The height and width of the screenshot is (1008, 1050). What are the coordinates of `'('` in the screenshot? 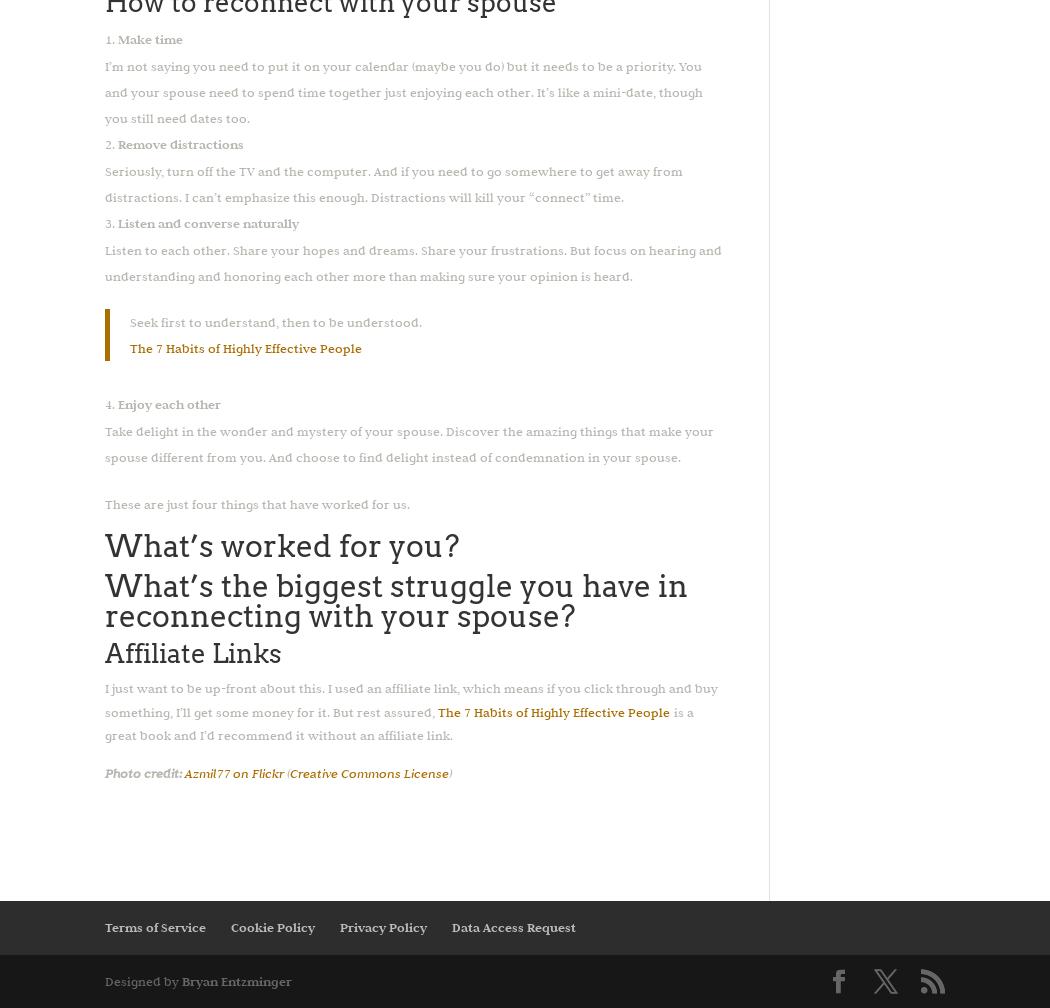 It's located at (285, 773).